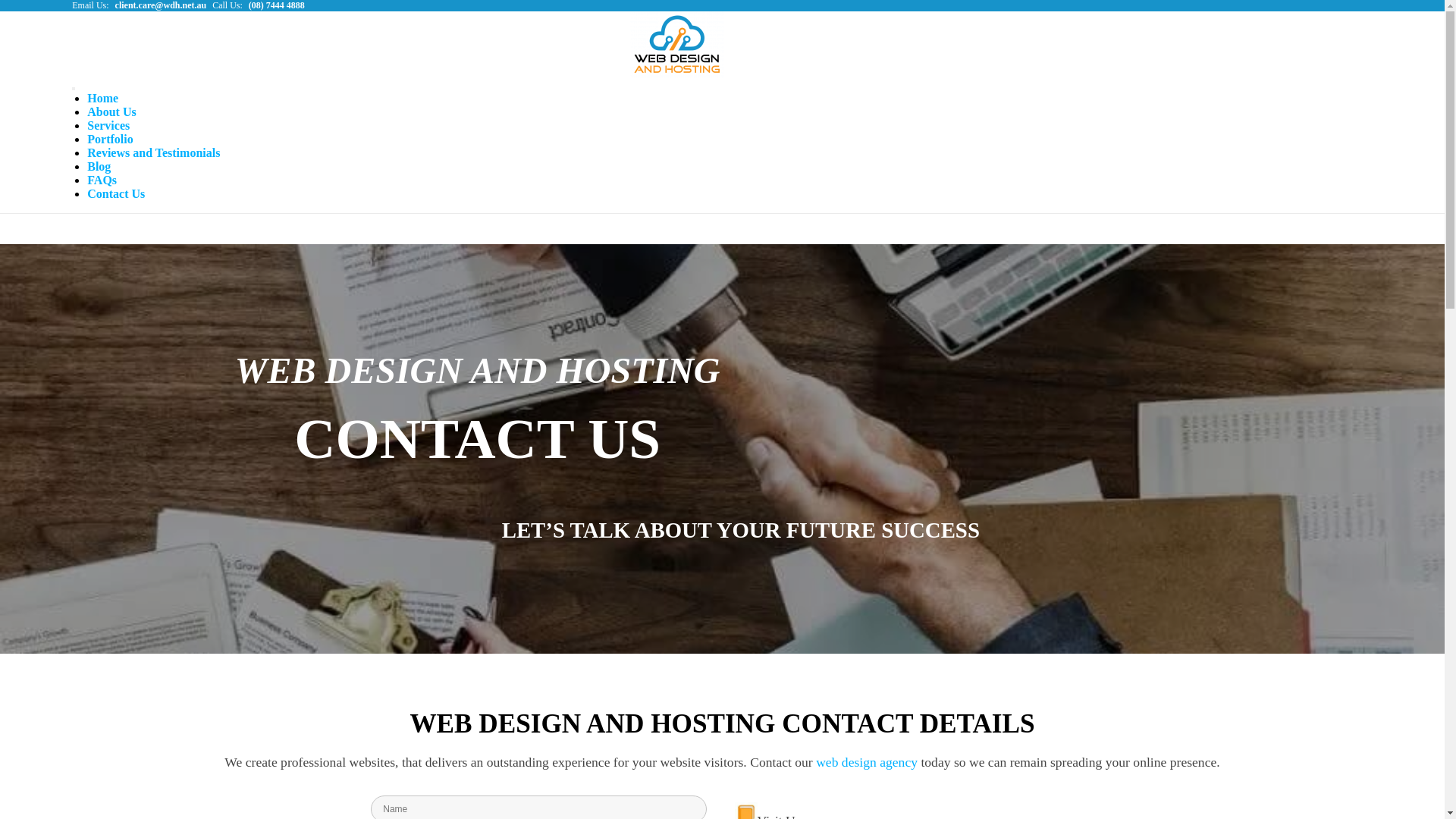 This screenshot has height=819, width=1456. I want to click on 'client.care@wdh.net.au', so click(161, 5).